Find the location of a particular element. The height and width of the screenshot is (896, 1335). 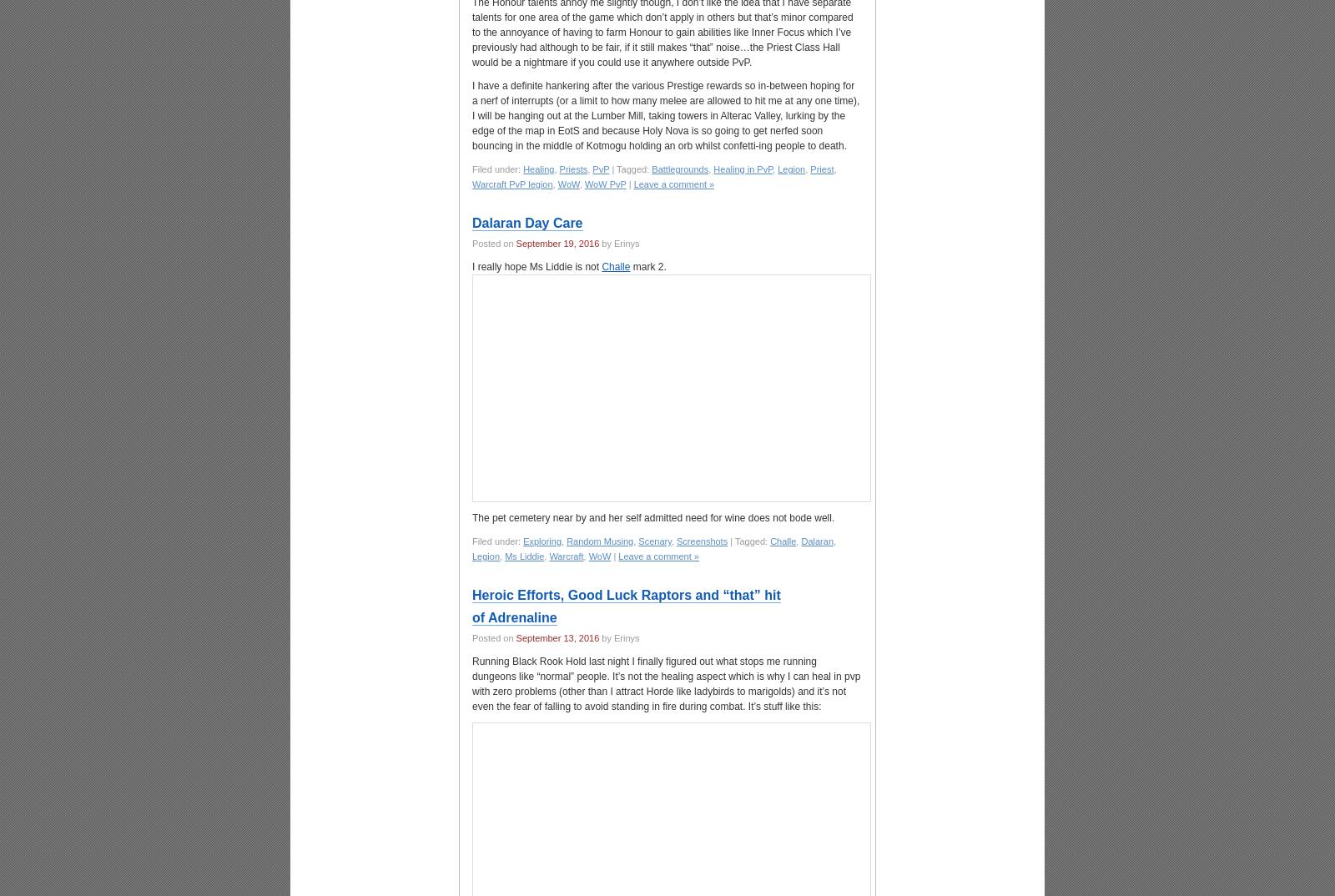

'Healing in PvP' is located at coordinates (742, 169).